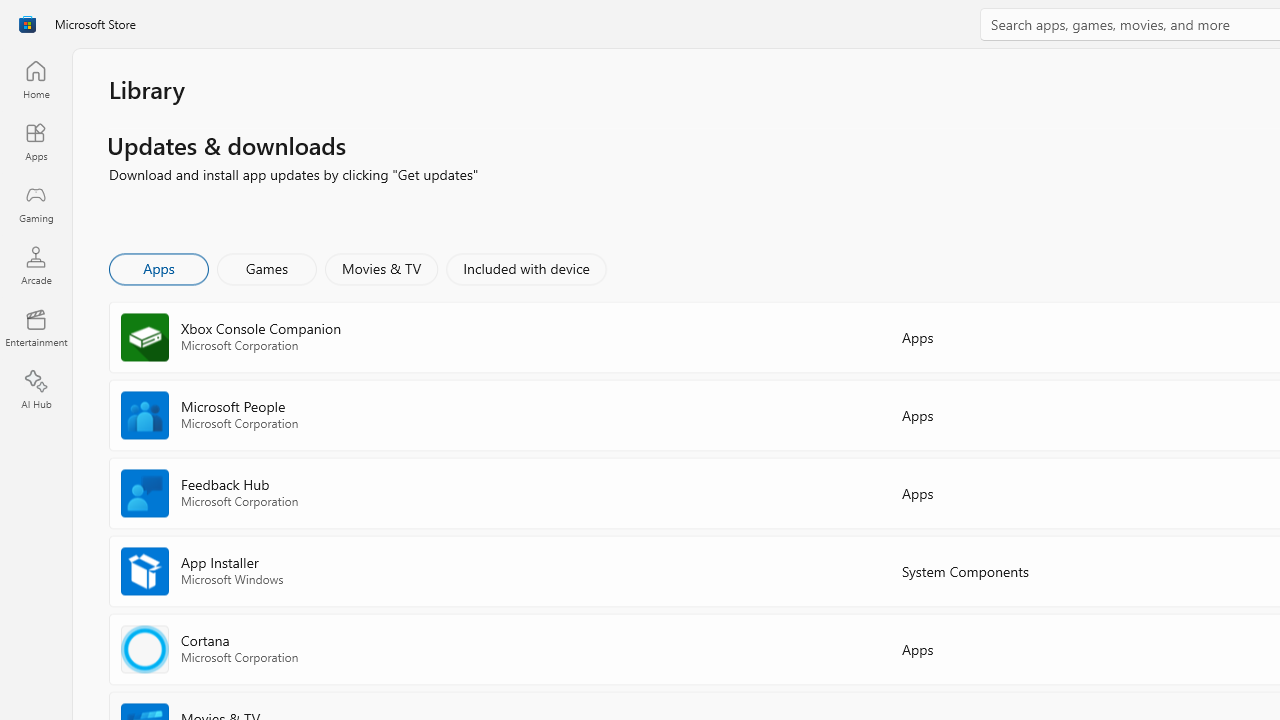 The width and height of the screenshot is (1280, 720). Describe the element at coordinates (35, 326) in the screenshot. I see `'Entertainment'` at that location.